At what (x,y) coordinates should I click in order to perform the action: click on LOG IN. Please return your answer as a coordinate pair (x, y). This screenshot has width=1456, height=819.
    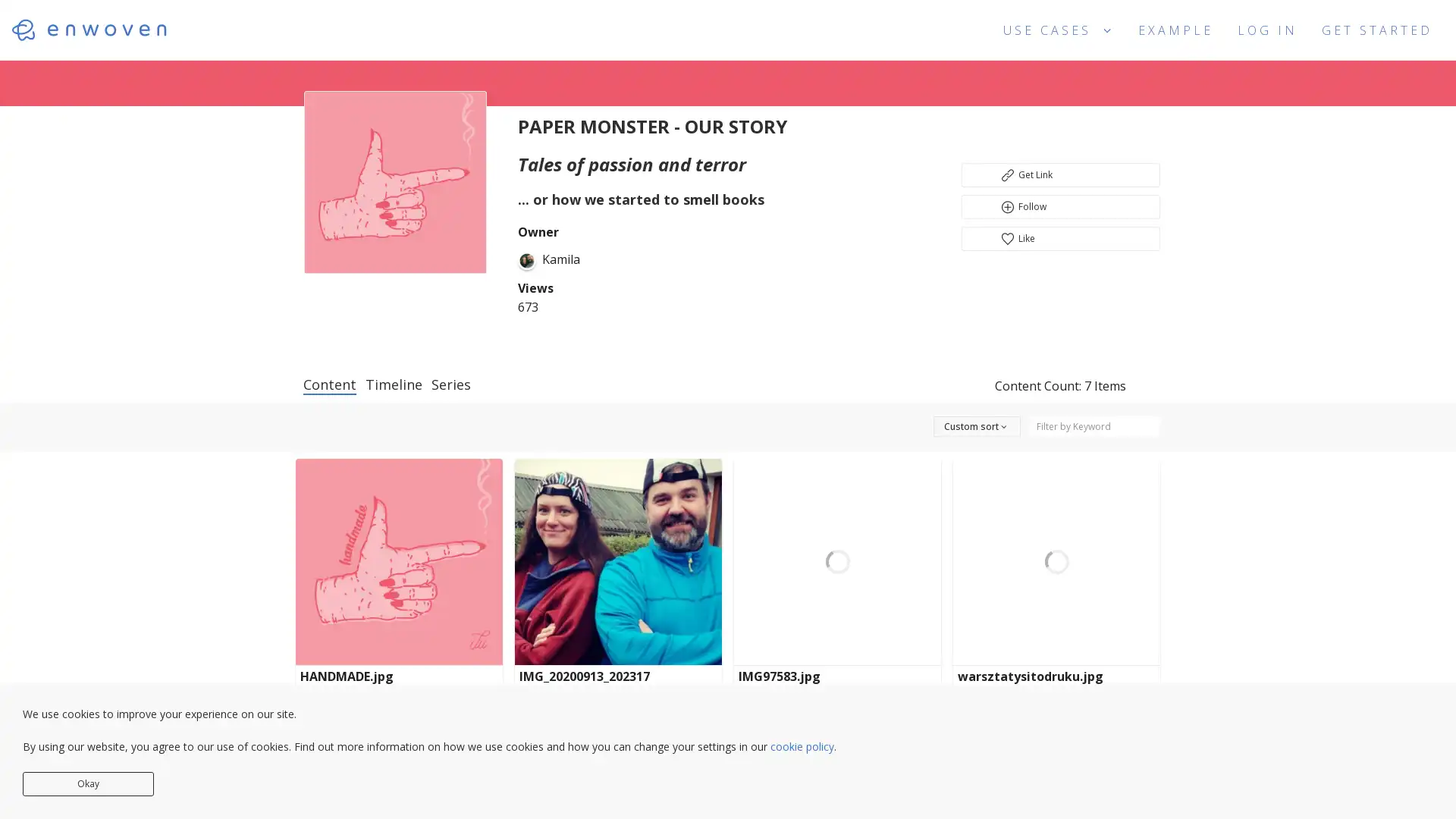
    Looking at the image, I should click on (1267, 30).